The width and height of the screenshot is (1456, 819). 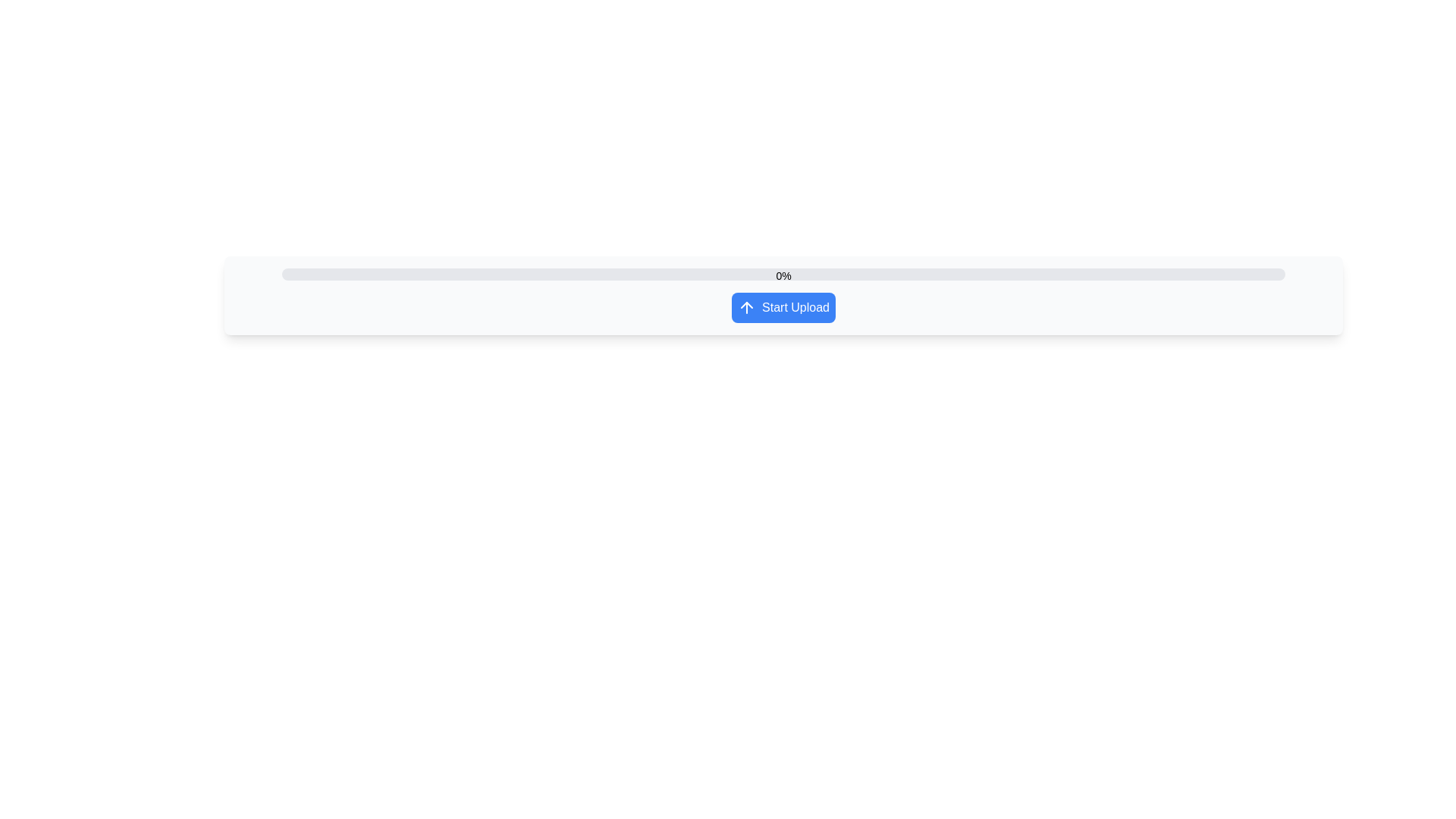 I want to click on the upload arrow icon located to the left of the 'Start Upload' text inside a blue rounded rectangular button, so click(x=746, y=307).